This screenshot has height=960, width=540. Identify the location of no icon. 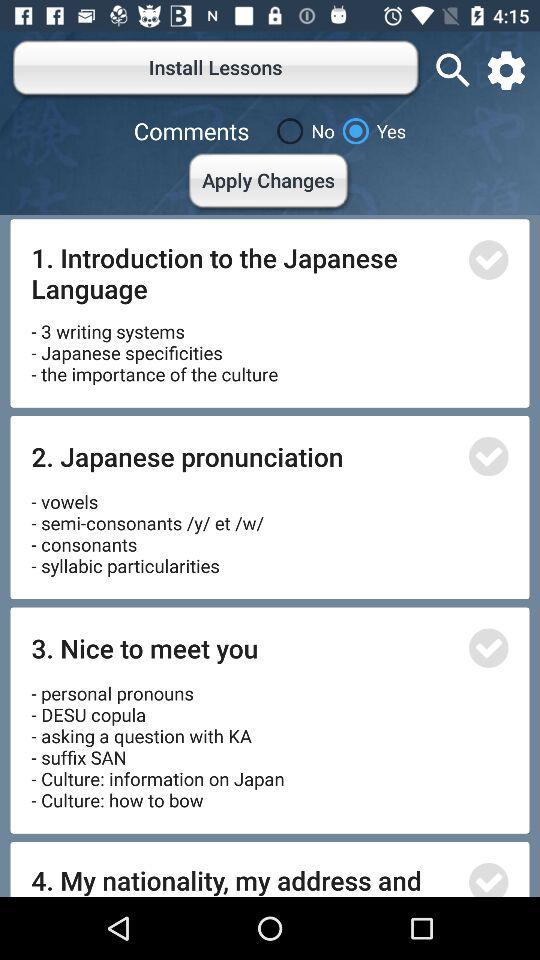
(301, 130).